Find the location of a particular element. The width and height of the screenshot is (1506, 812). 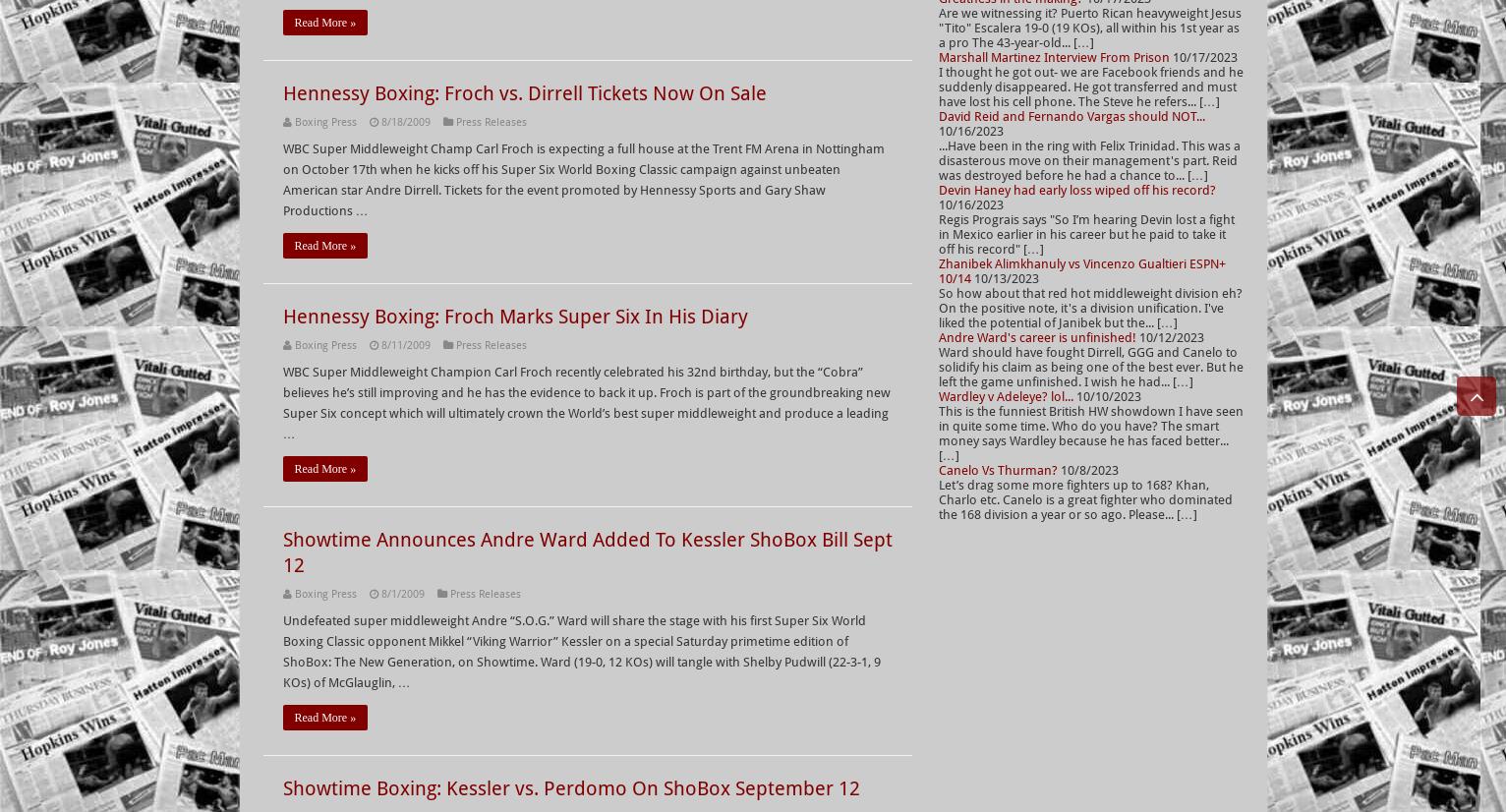

'10/8/2023' is located at coordinates (1059, 470).